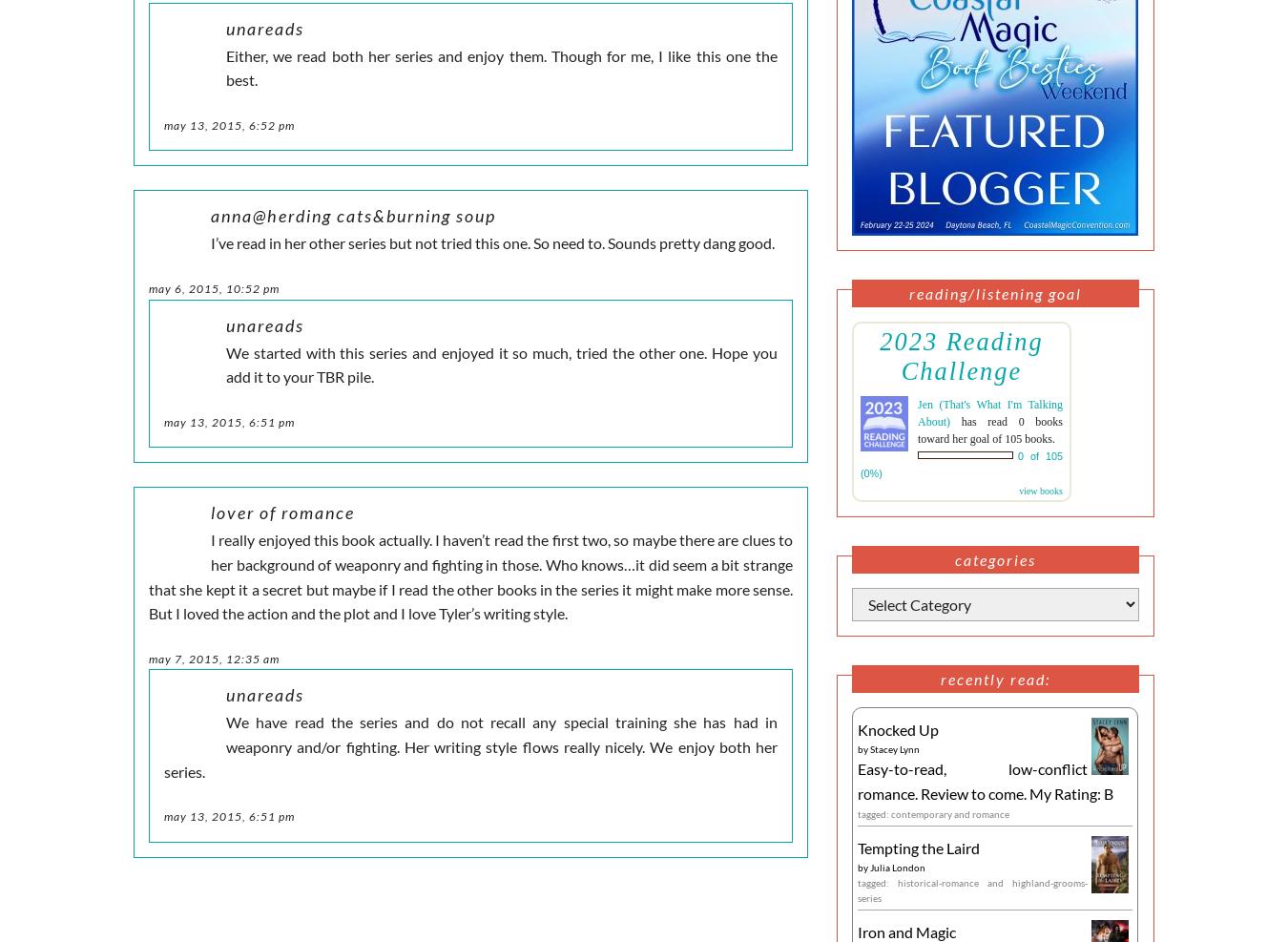 The image size is (1288, 942). What do you see at coordinates (917, 411) in the screenshot?
I see `'Jen (That's What I'm Talking About)'` at bounding box center [917, 411].